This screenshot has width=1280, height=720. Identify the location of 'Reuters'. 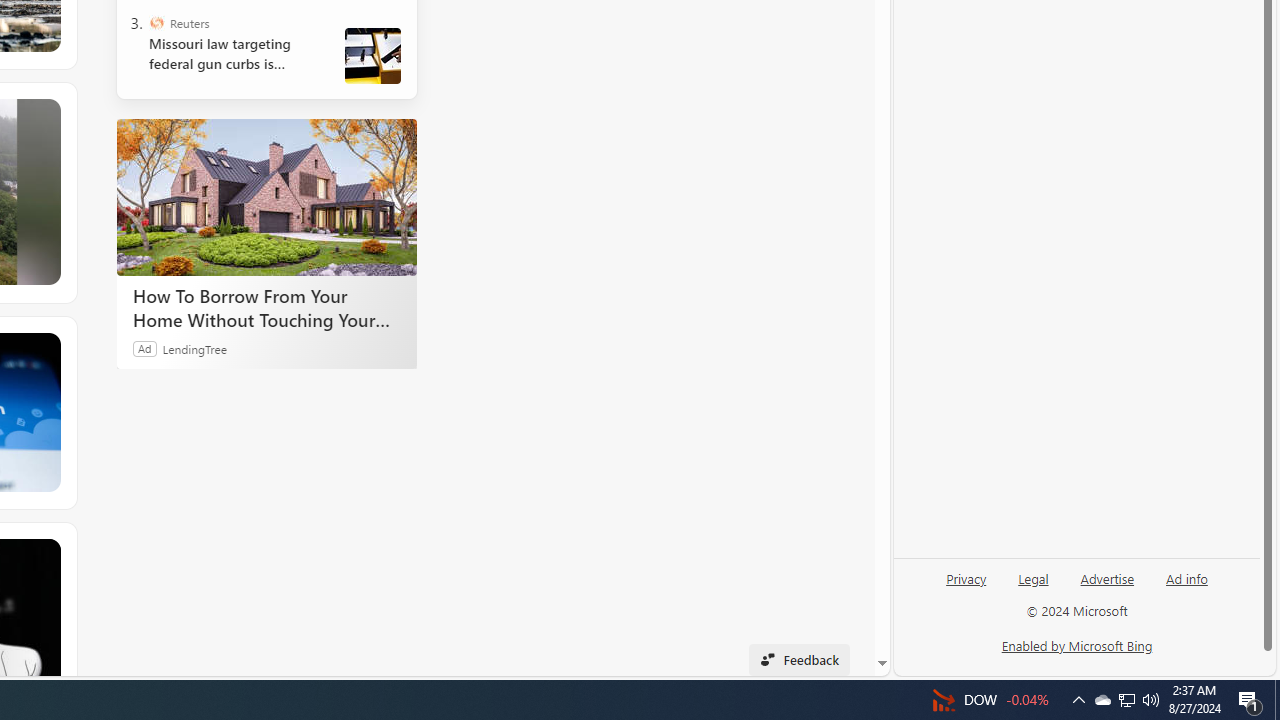
(155, 23).